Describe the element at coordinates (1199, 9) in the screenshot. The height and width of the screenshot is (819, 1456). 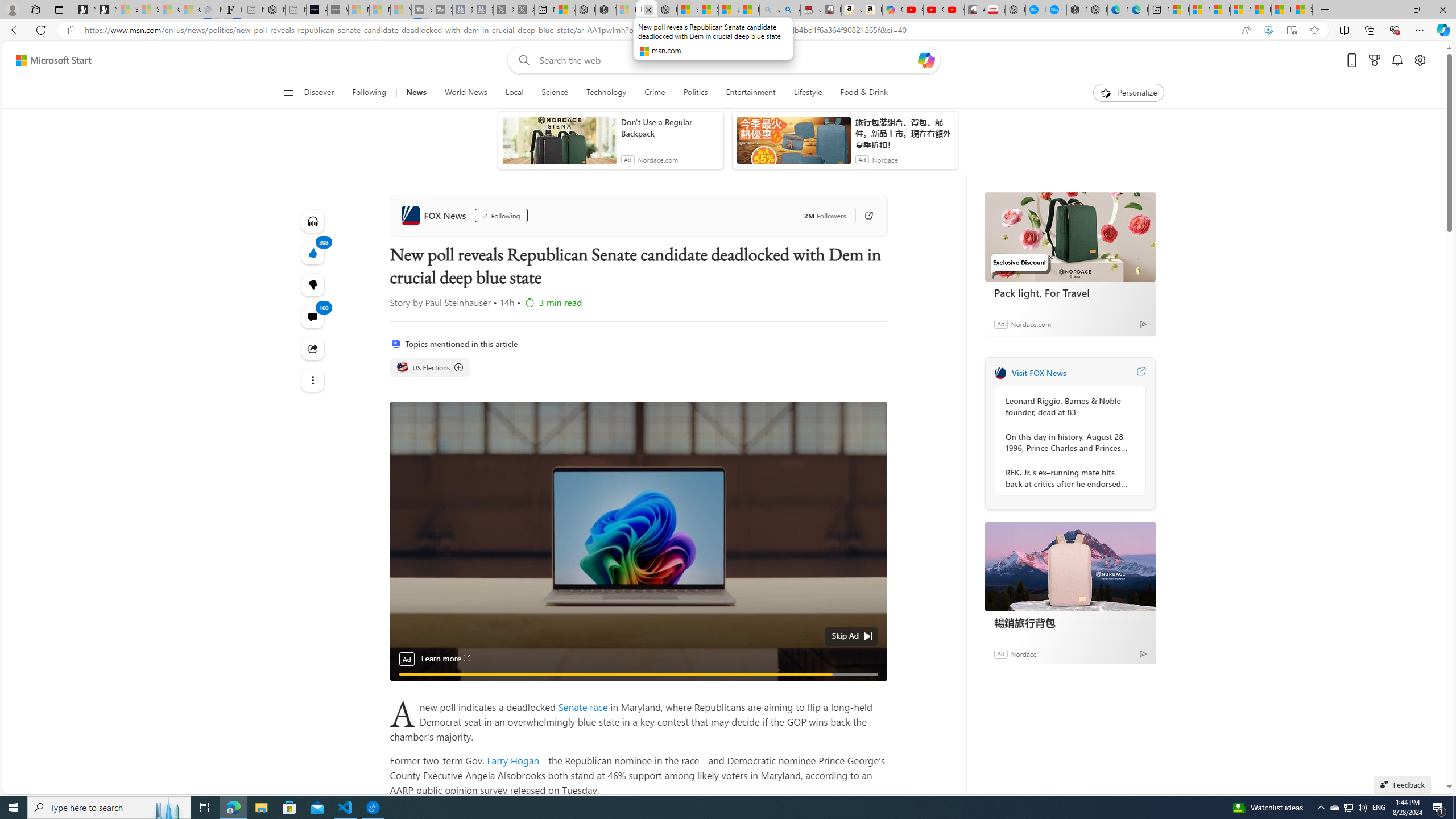
I see `'Microsoft account | Microsoft Account Privacy Settings'` at that location.